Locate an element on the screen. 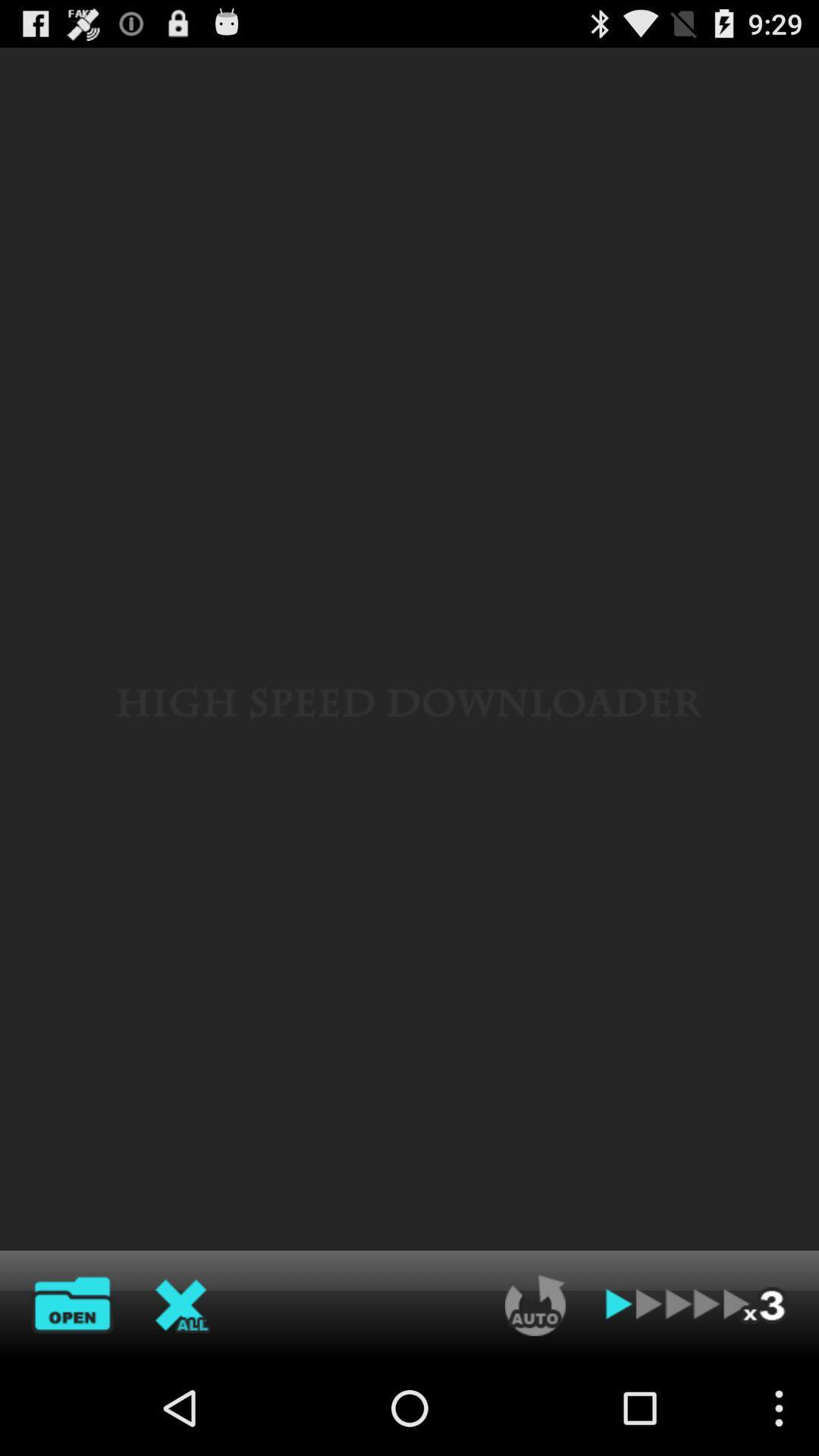 The height and width of the screenshot is (1456, 819). auto refresh is located at coordinates (535, 1304).